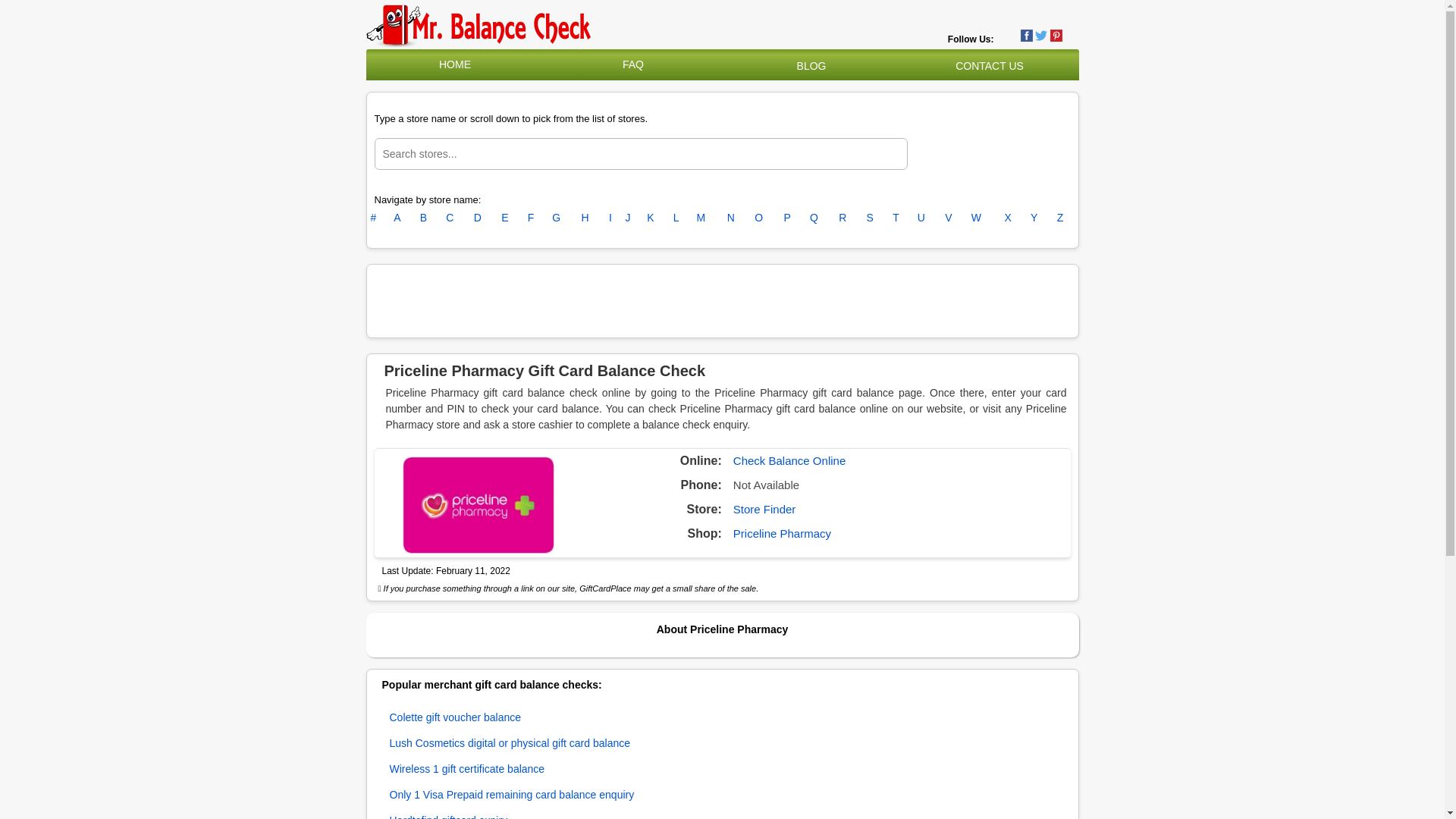 Image resolution: width=1456 pixels, height=819 pixels. Describe the element at coordinates (731, 217) in the screenshot. I see `'N'` at that location.